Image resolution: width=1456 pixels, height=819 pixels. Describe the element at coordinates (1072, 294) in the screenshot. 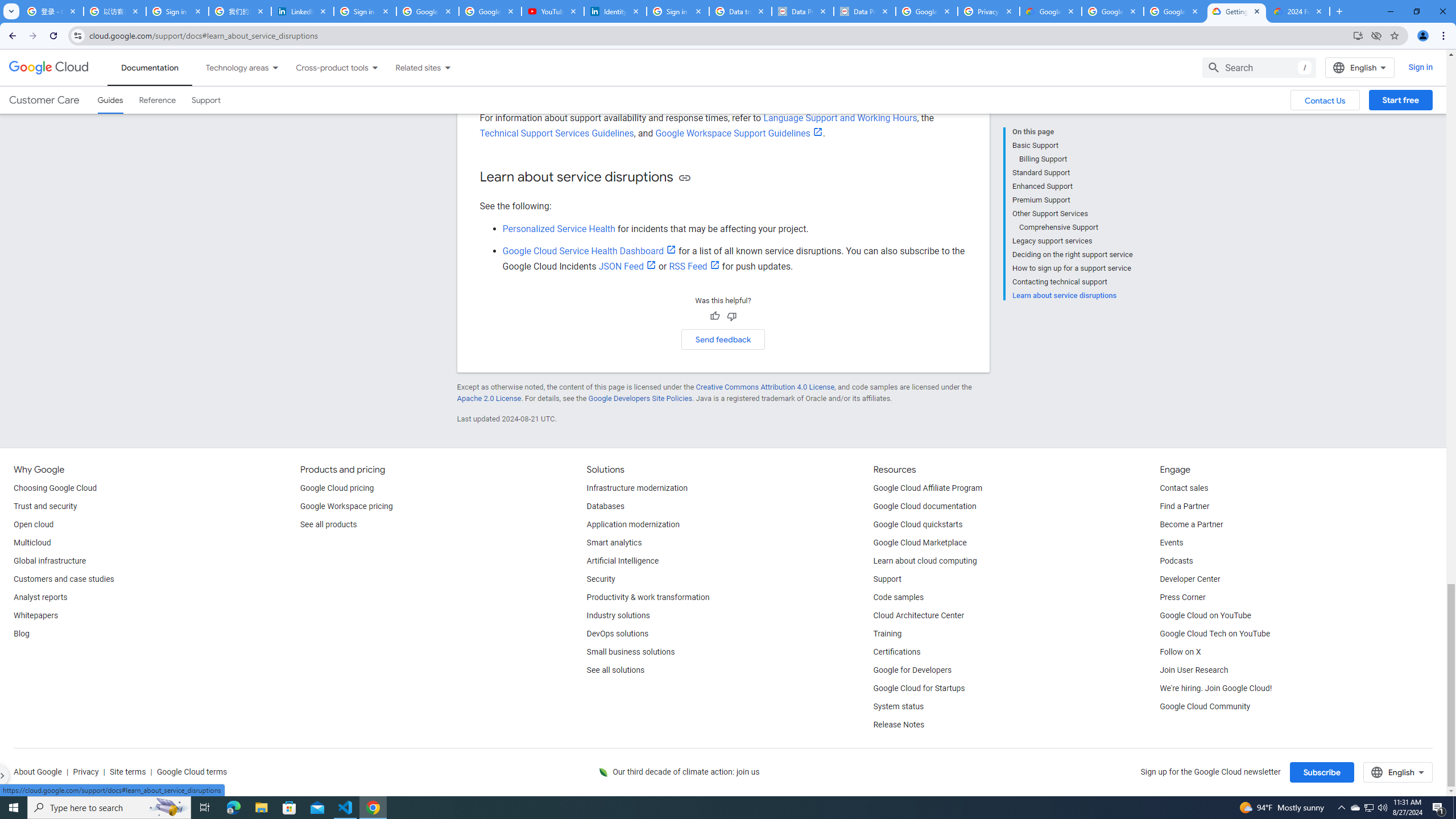

I see `'Learn about service disruptions'` at that location.